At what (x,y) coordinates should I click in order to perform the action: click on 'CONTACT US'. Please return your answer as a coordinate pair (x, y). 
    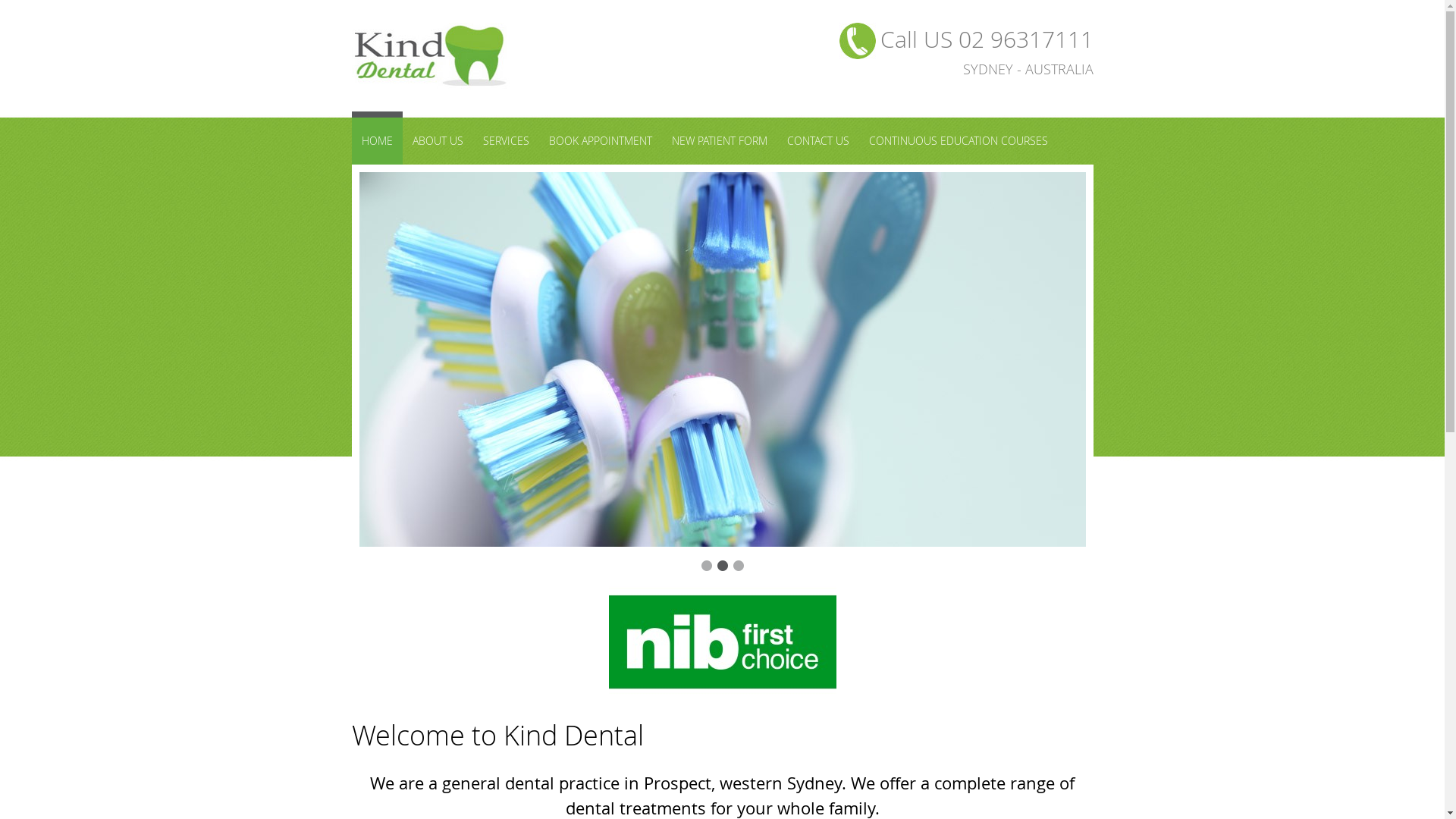
    Looking at the image, I should click on (817, 140).